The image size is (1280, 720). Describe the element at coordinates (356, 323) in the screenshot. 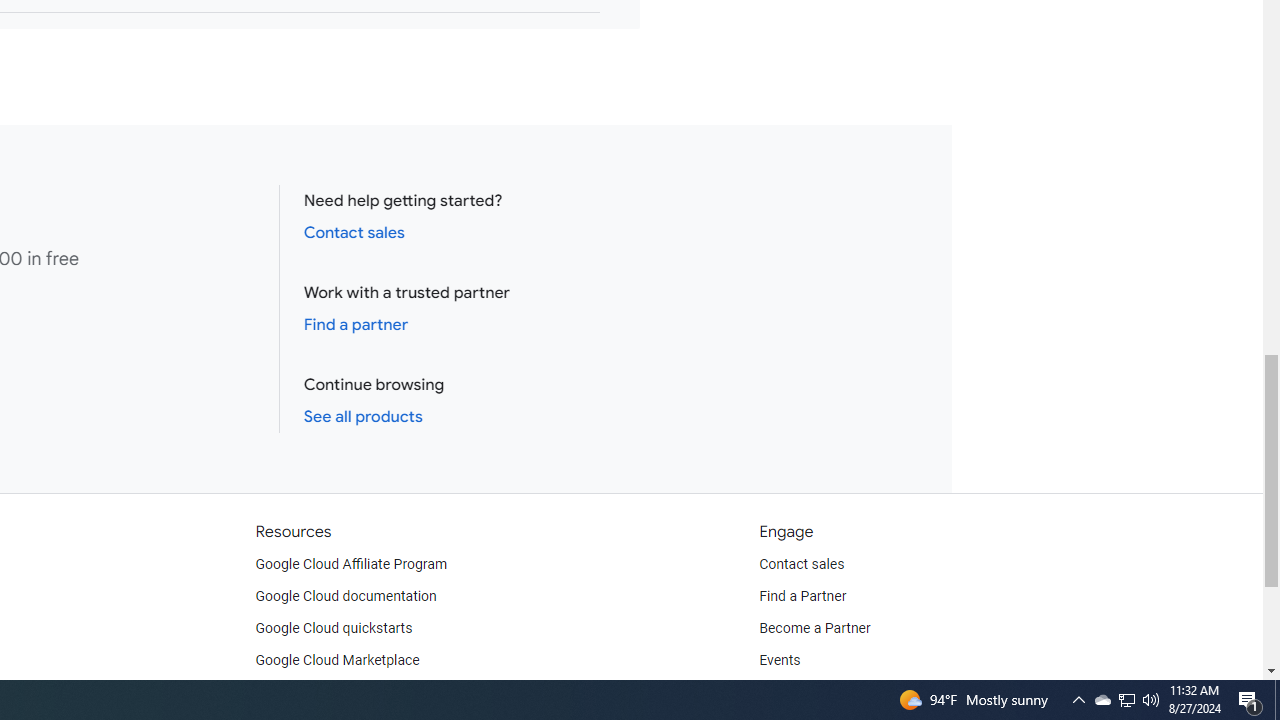

I see `'Find a partner'` at that location.